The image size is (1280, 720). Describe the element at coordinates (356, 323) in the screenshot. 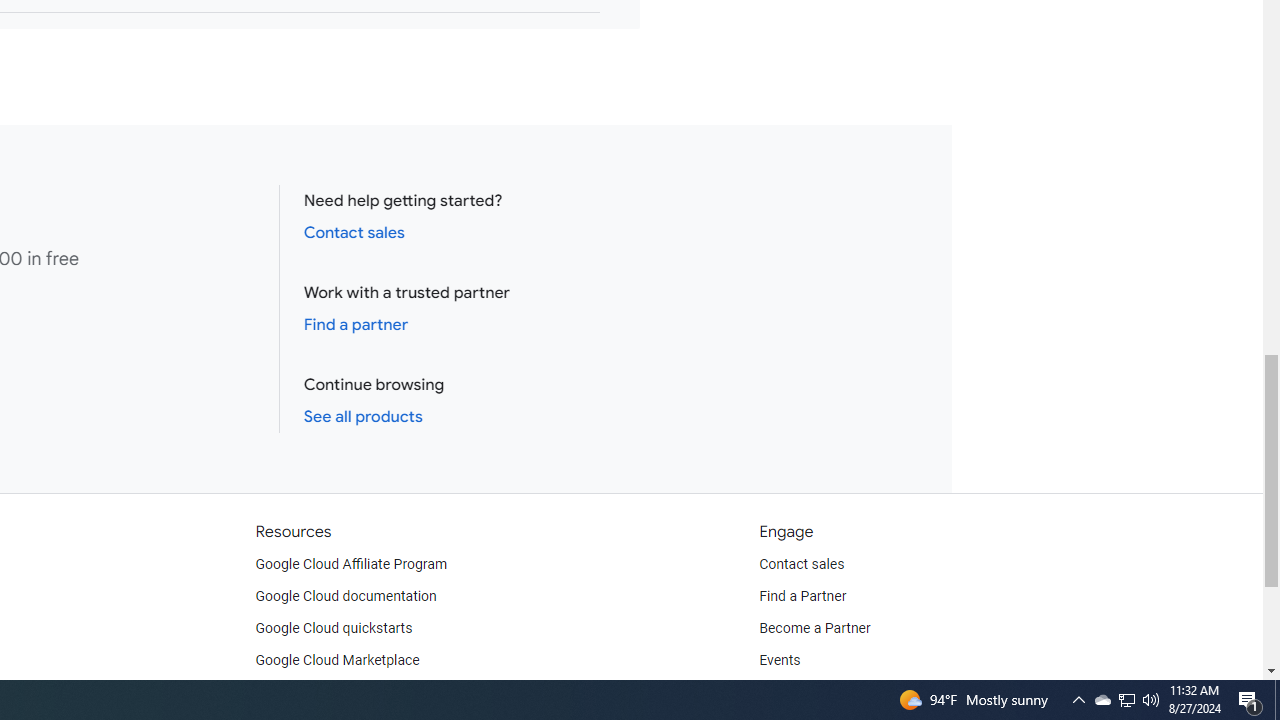

I see `'Find a partner'` at that location.